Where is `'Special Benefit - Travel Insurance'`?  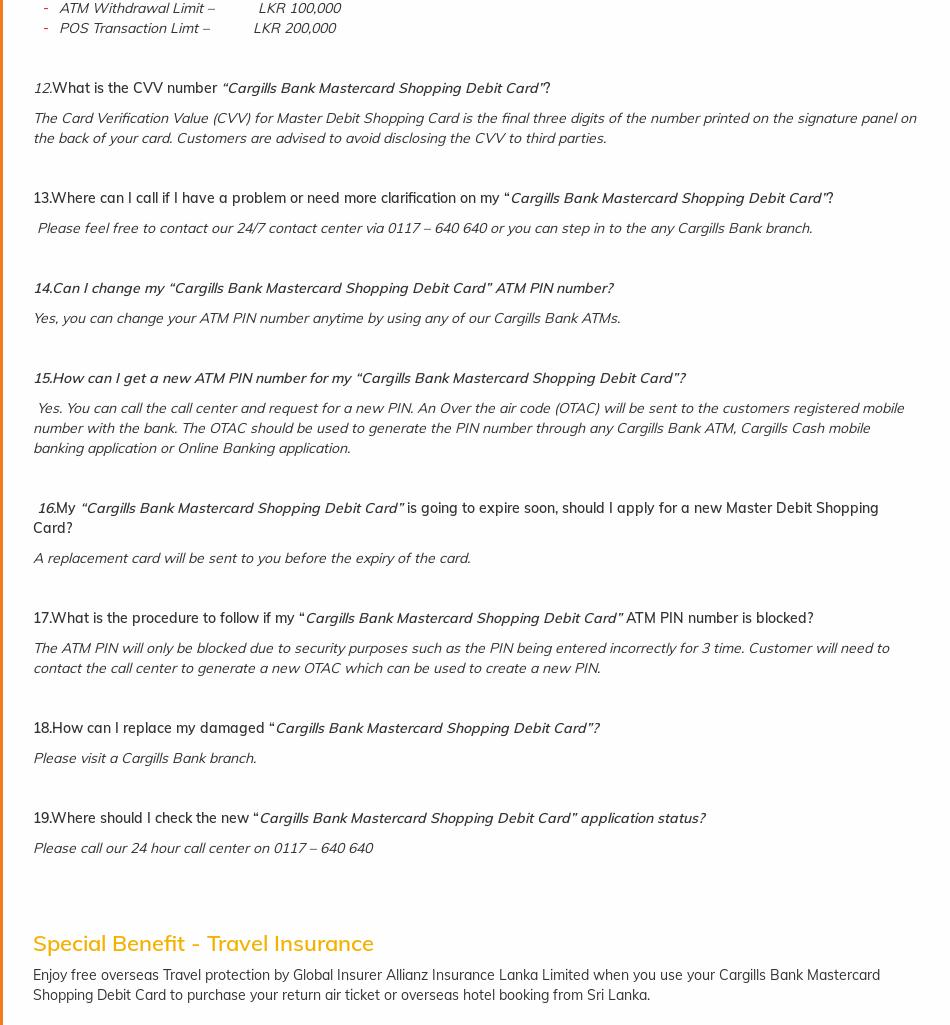
'Special Benefit - Travel Insurance' is located at coordinates (203, 943).